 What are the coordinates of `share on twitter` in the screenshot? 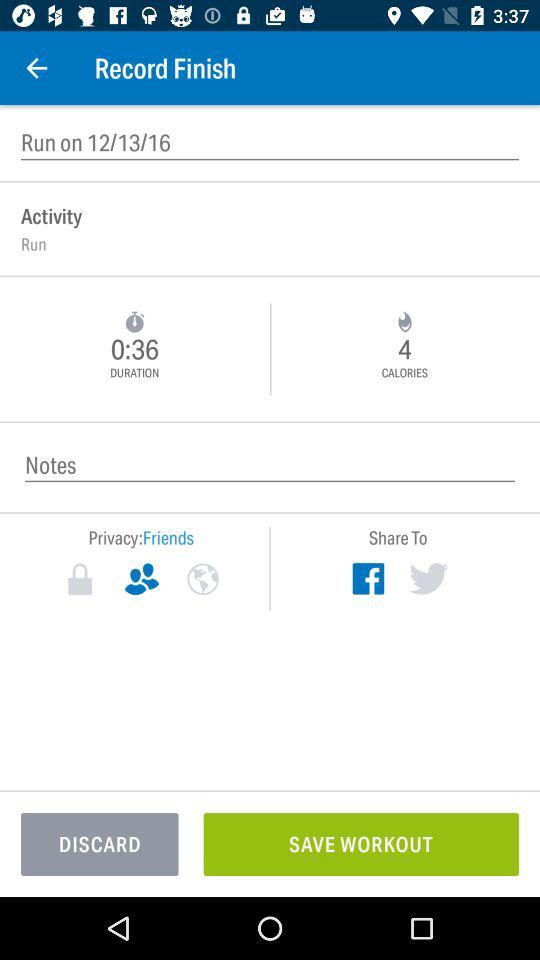 It's located at (427, 578).